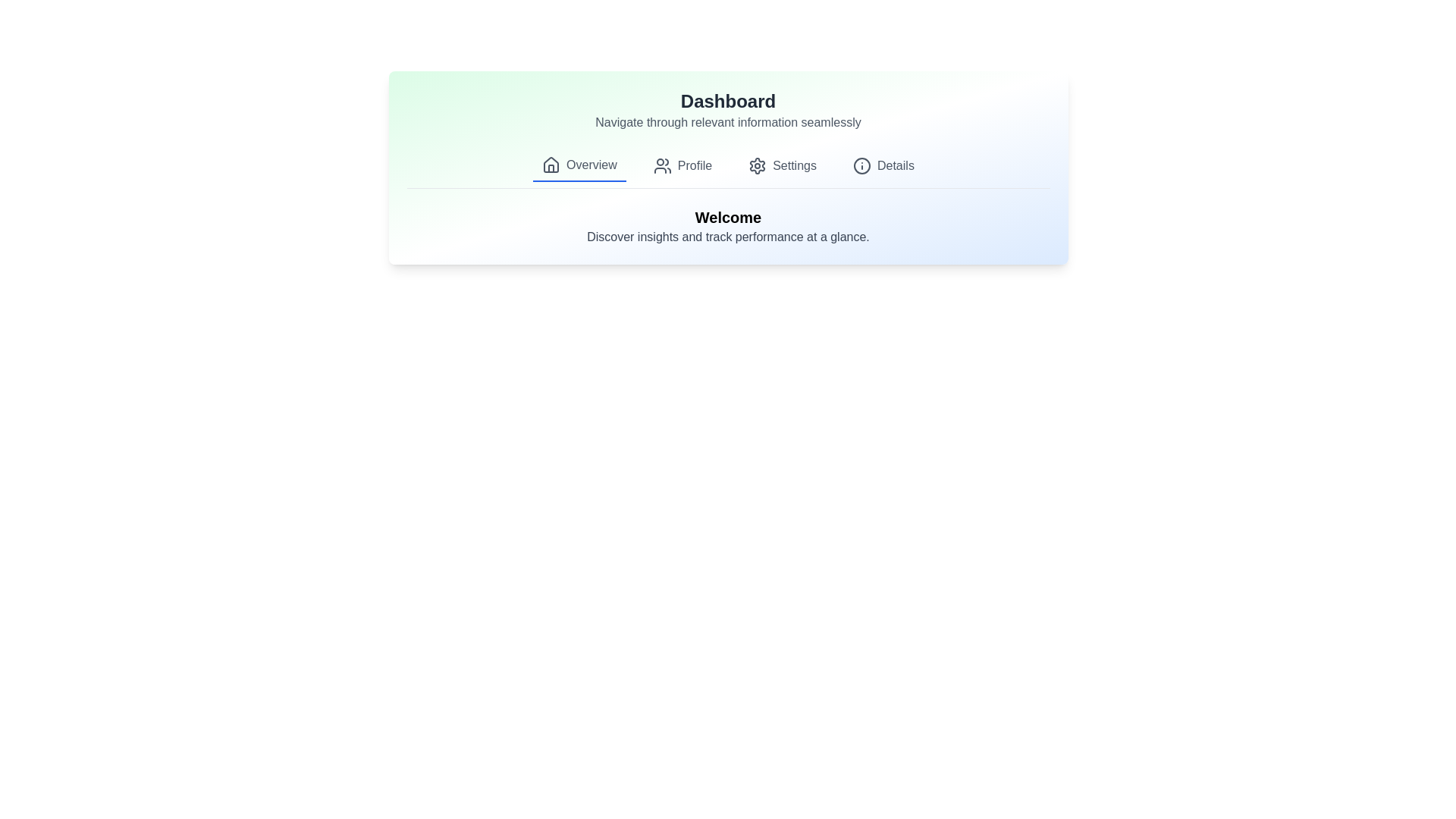 Image resolution: width=1456 pixels, height=819 pixels. What do you see at coordinates (862, 166) in the screenshot?
I see `the 'Details' icon located in the navigation bar, positioned to the right of the 'Settings' icon and aligned with the 'Details' text` at bounding box center [862, 166].